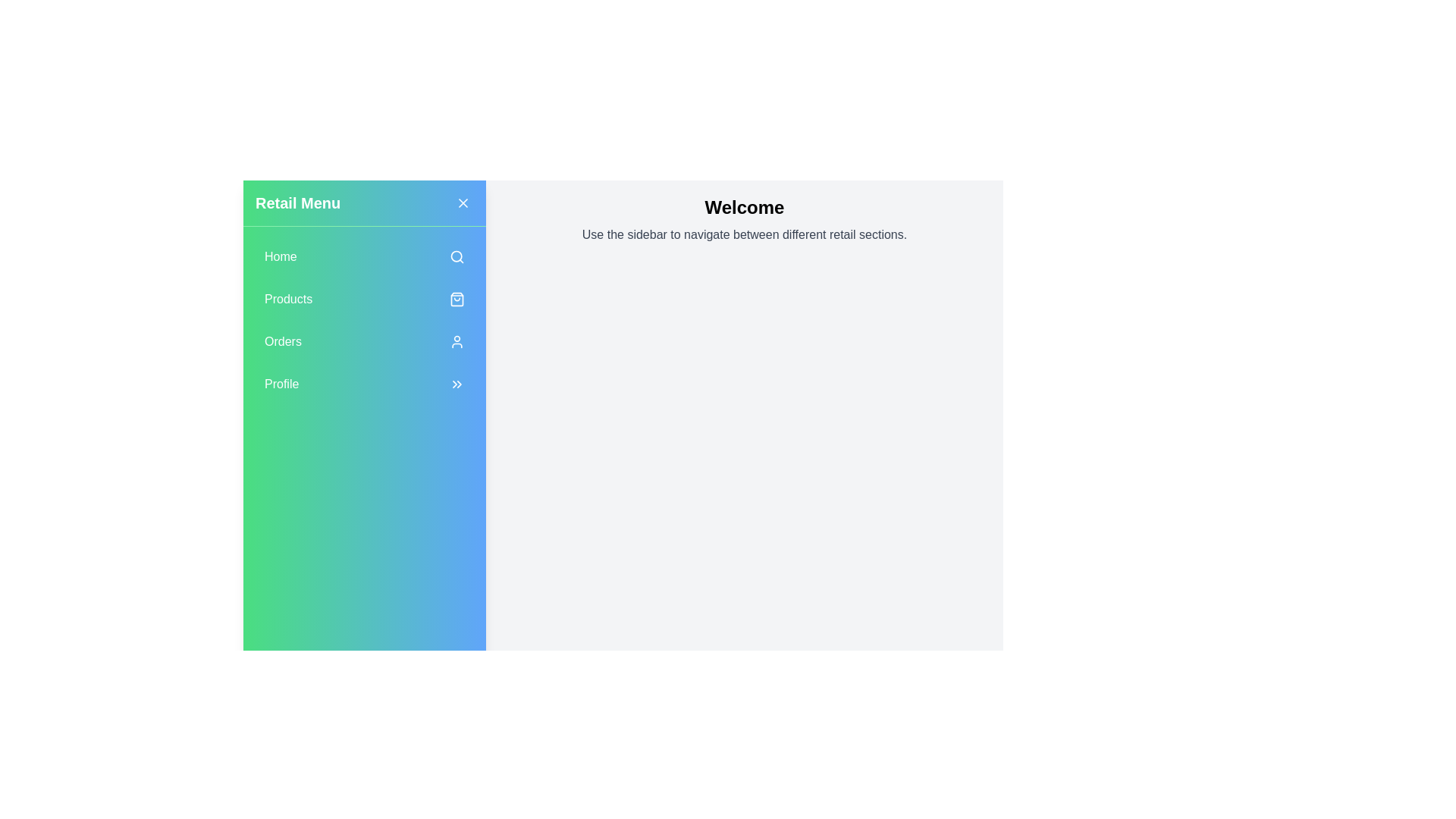  Describe the element at coordinates (364, 256) in the screenshot. I see `the 'Home' navigational link located in the sidebar menu on the left side of the interface` at that location.